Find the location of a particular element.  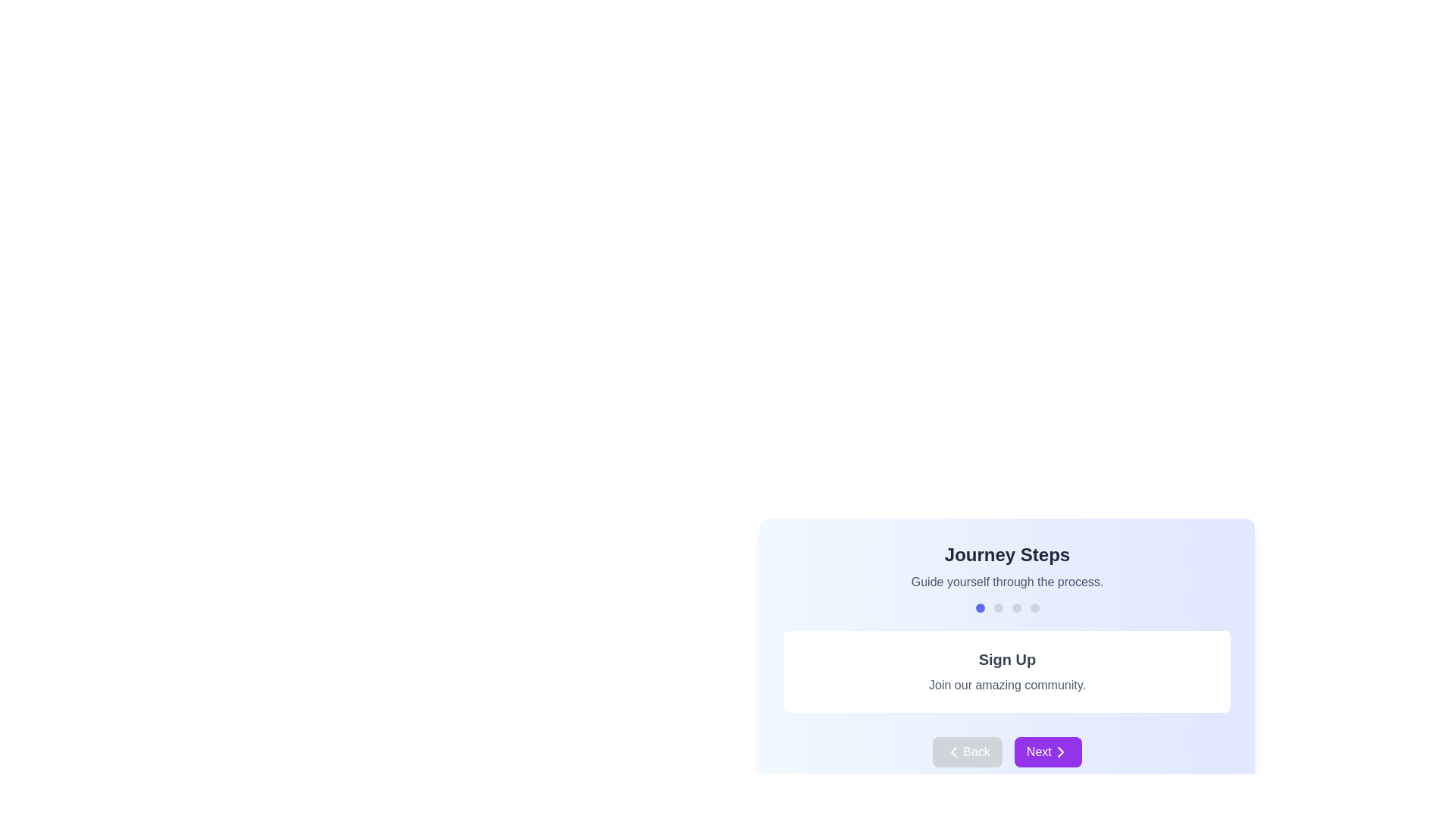

the first progress indicator in the multi-step process tracker, located below the text 'Guide yourself through the process.' and above the 'Sign Up' section is located at coordinates (980, 607).